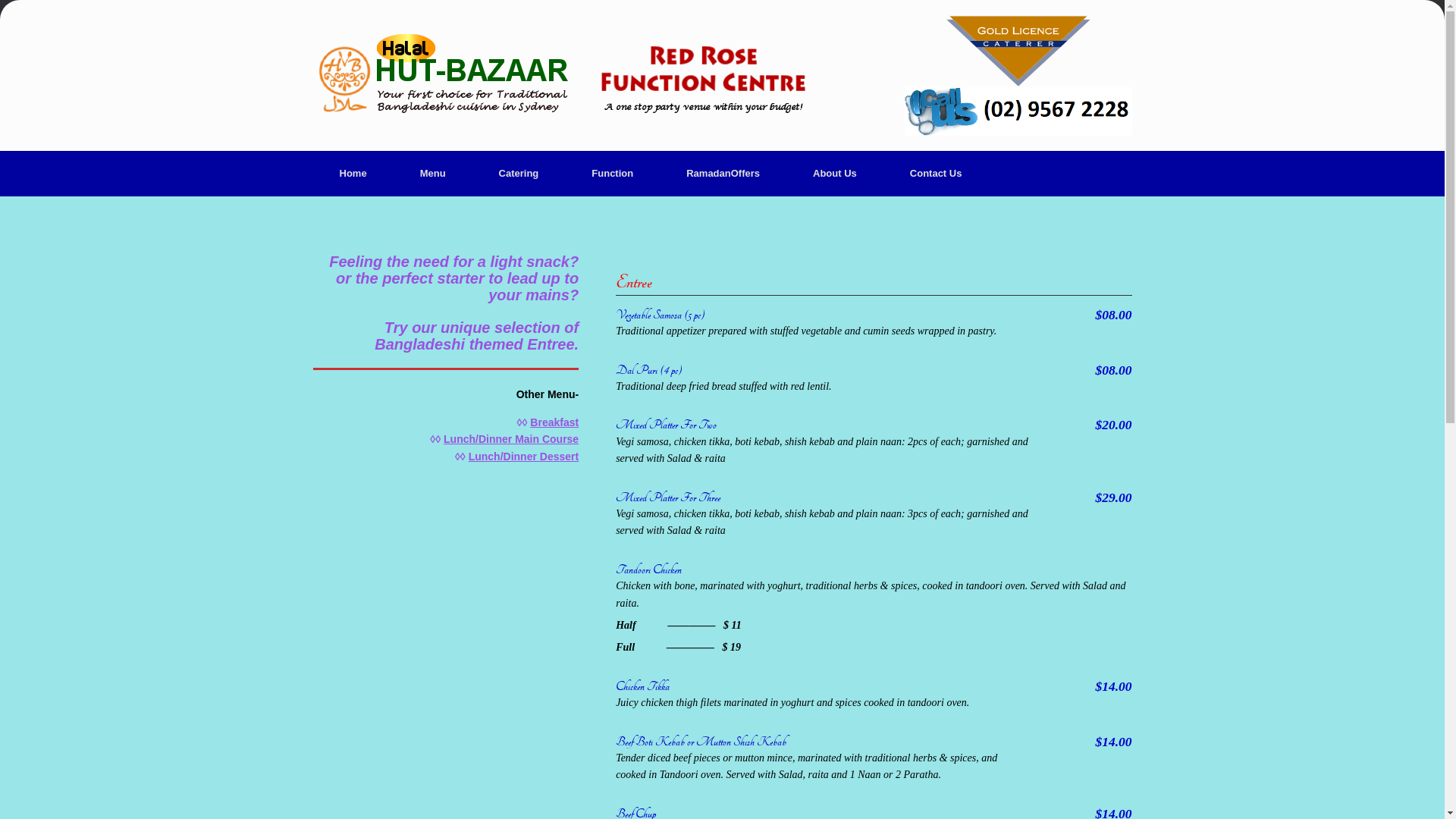  Describe the element at coordinates (519, 172) in the screenshot. I see `'Catering'` at that location.